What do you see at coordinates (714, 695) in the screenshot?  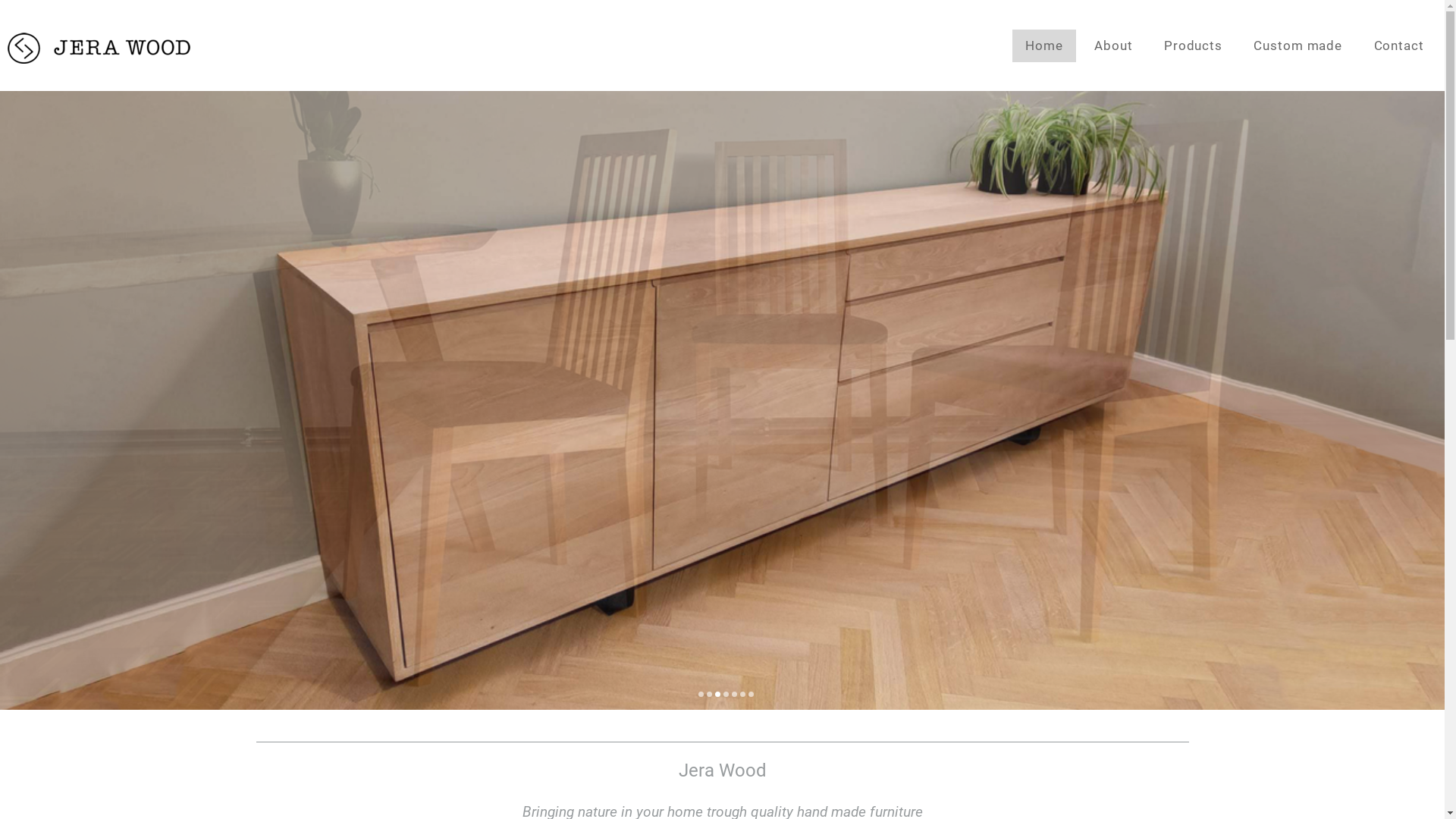 I see `'3'` at bounding box center [714, 695].